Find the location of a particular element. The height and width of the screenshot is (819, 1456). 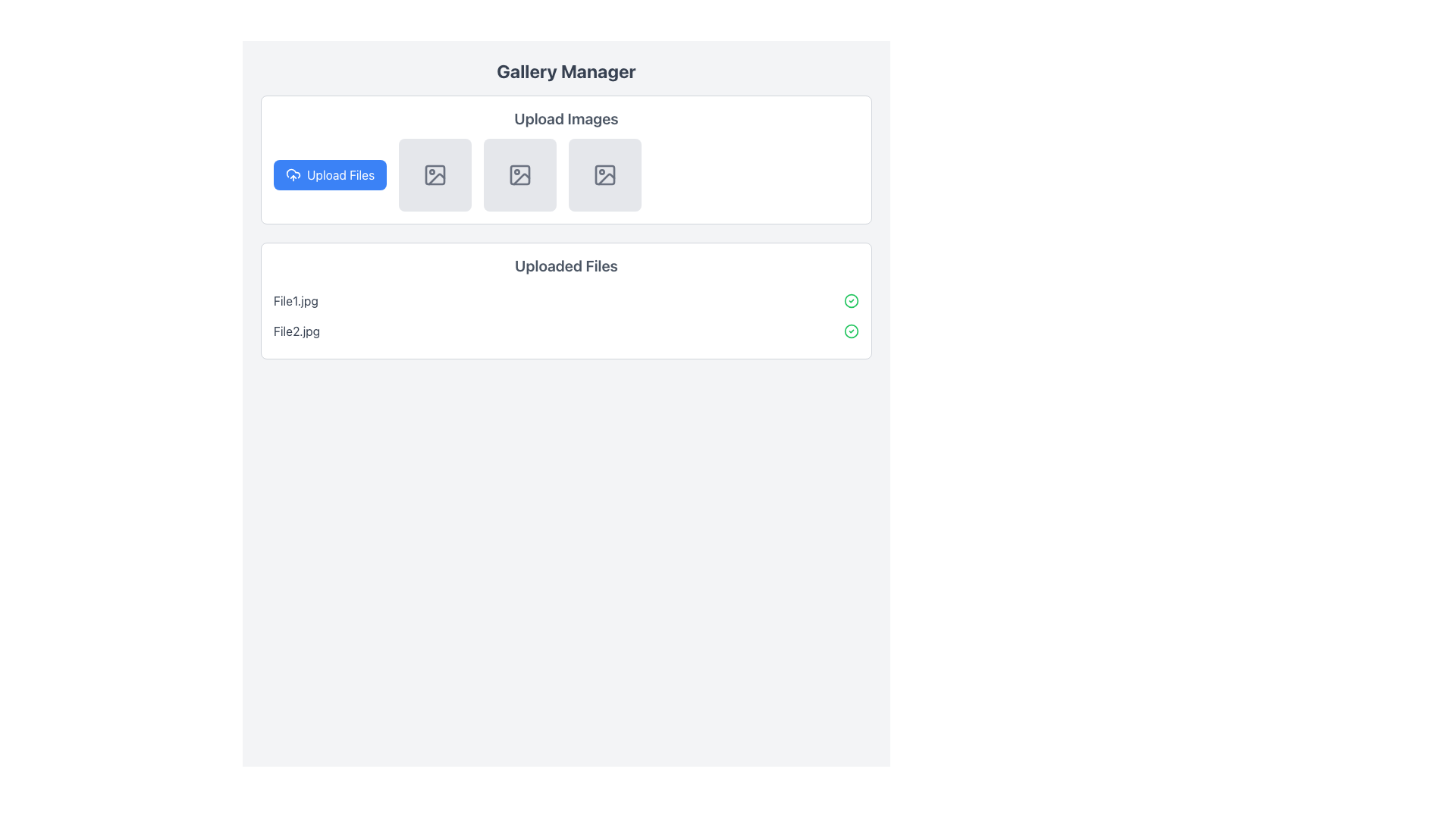

the text 'File2.jpg' for copying from the static text label in the 'Uploaded Files' section is located at coordinates (297, 330).